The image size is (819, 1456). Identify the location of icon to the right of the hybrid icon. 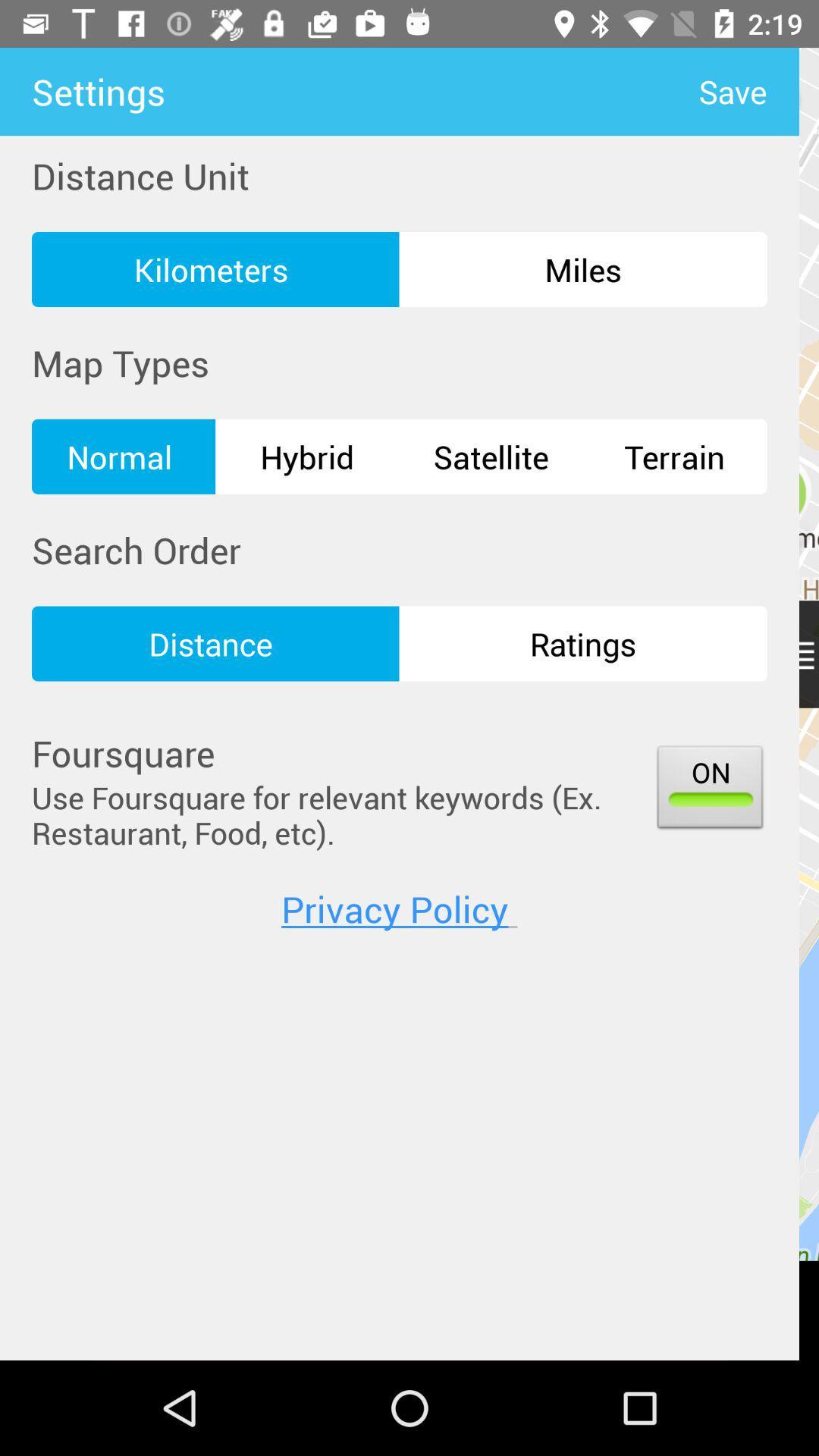
(491, 456).